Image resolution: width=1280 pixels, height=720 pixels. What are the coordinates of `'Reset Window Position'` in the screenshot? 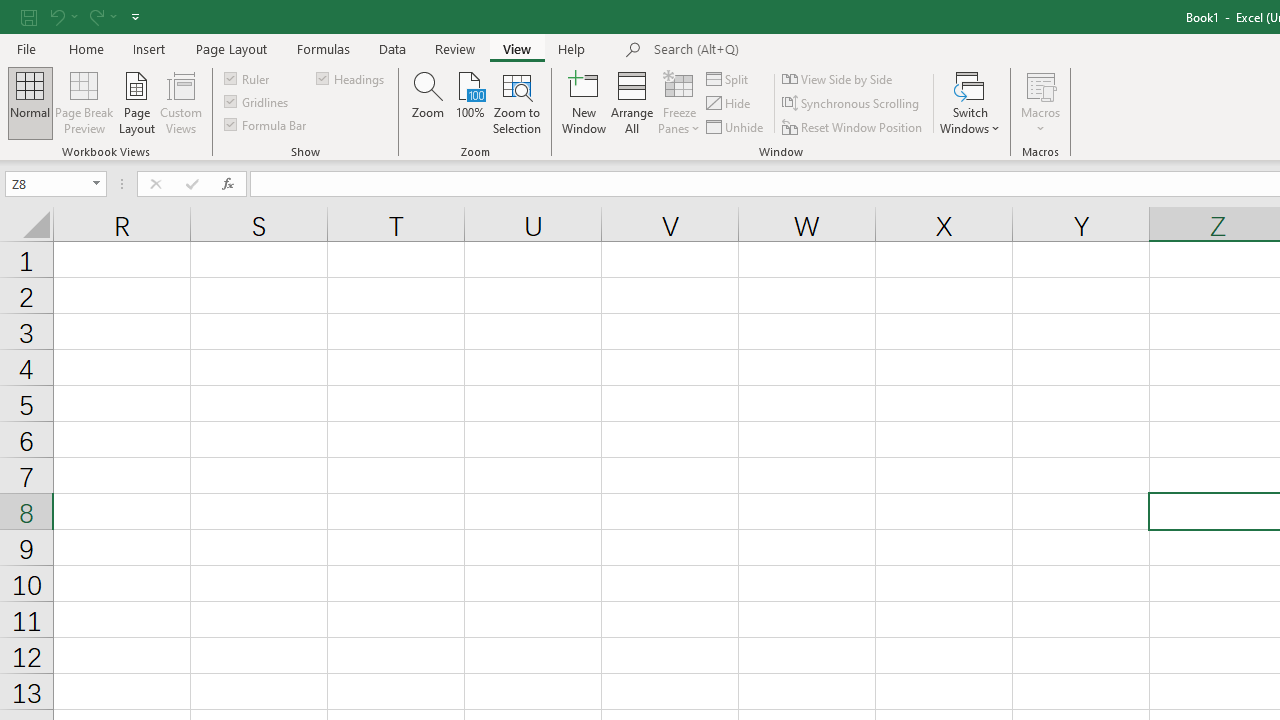 It's located at (854, 127).